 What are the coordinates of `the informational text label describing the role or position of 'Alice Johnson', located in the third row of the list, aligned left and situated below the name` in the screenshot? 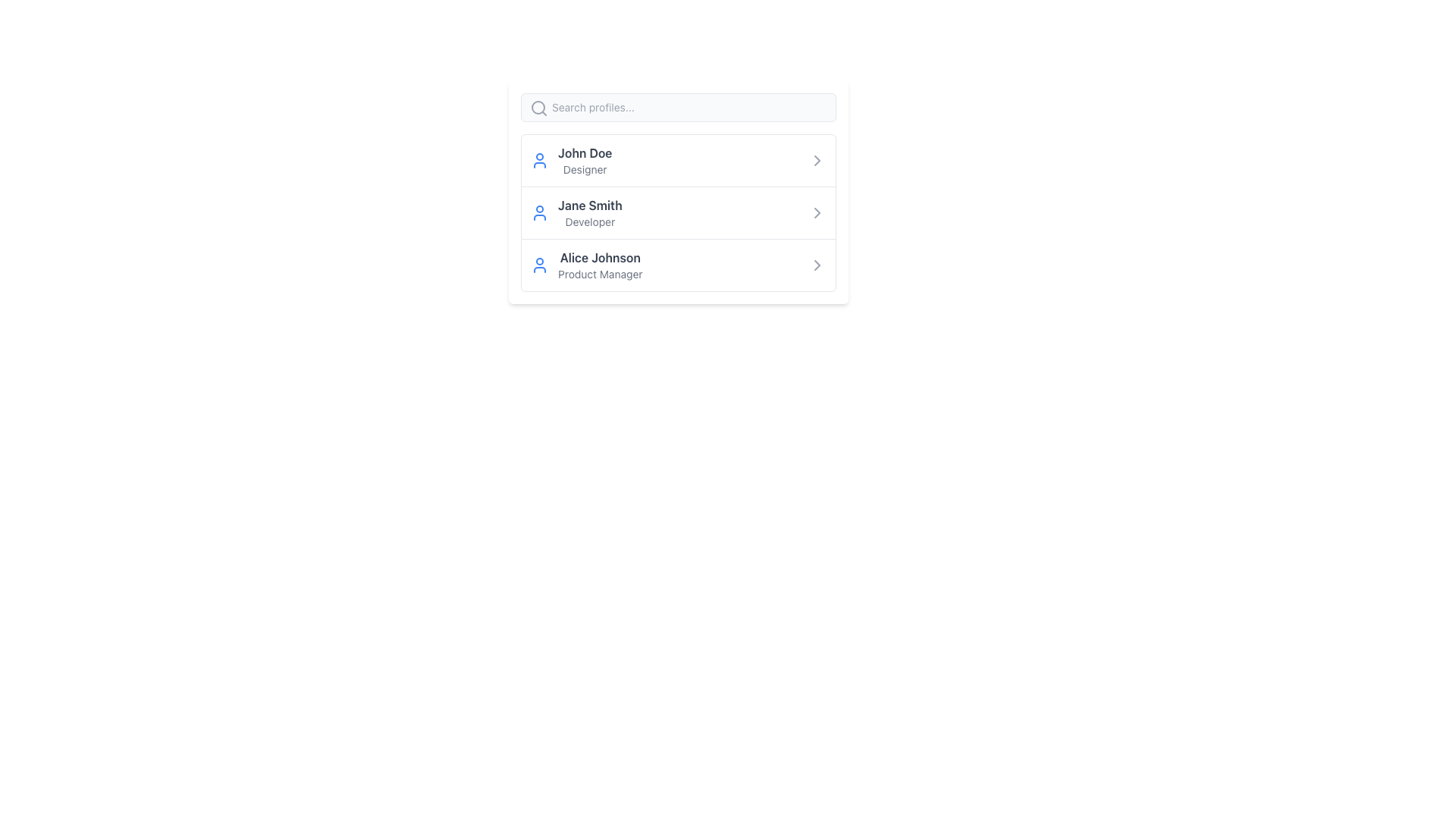 It's located at (599, 275).